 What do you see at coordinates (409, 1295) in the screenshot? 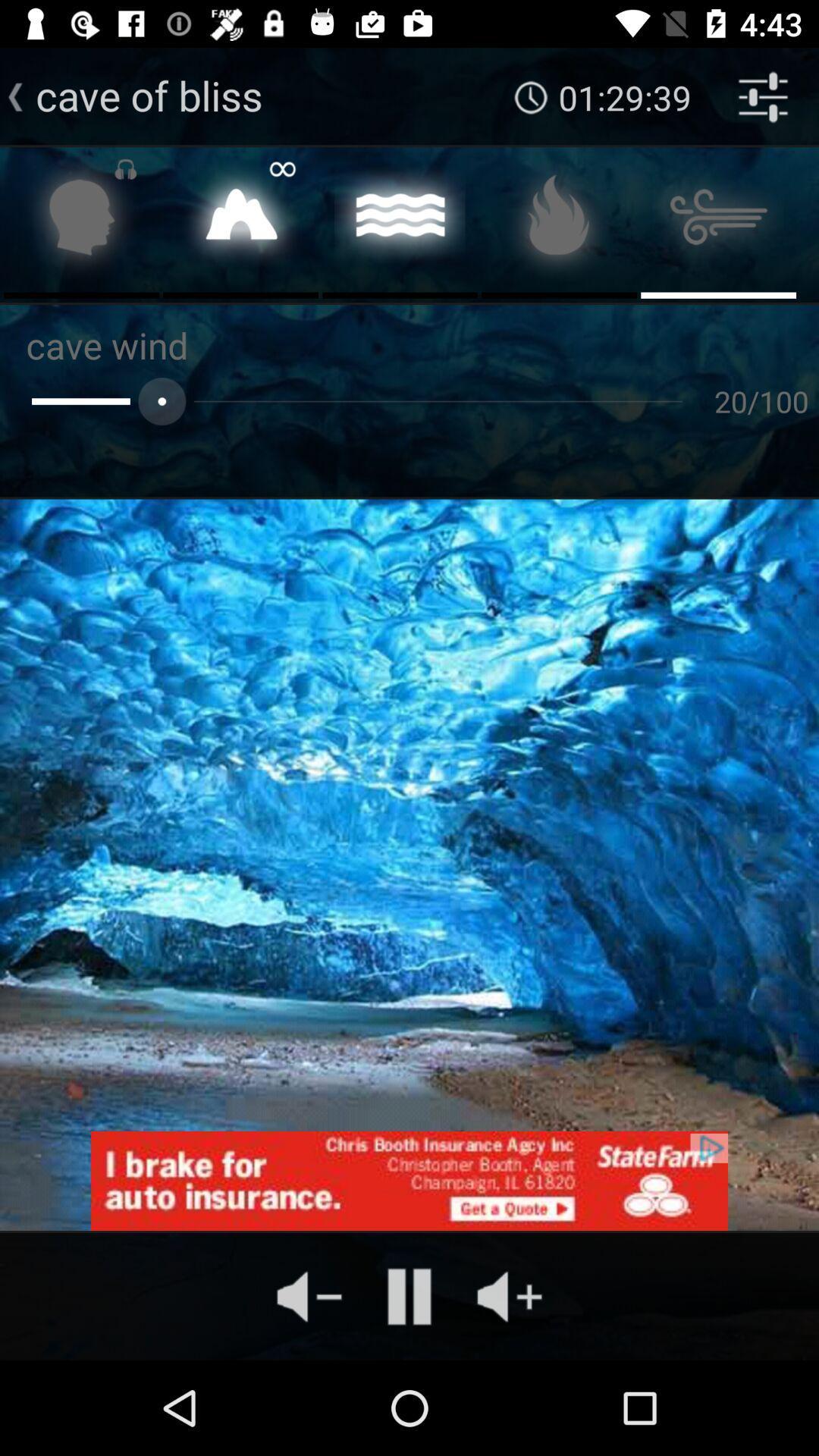
I see `the pause icon` at bounding box center [409, 1295].